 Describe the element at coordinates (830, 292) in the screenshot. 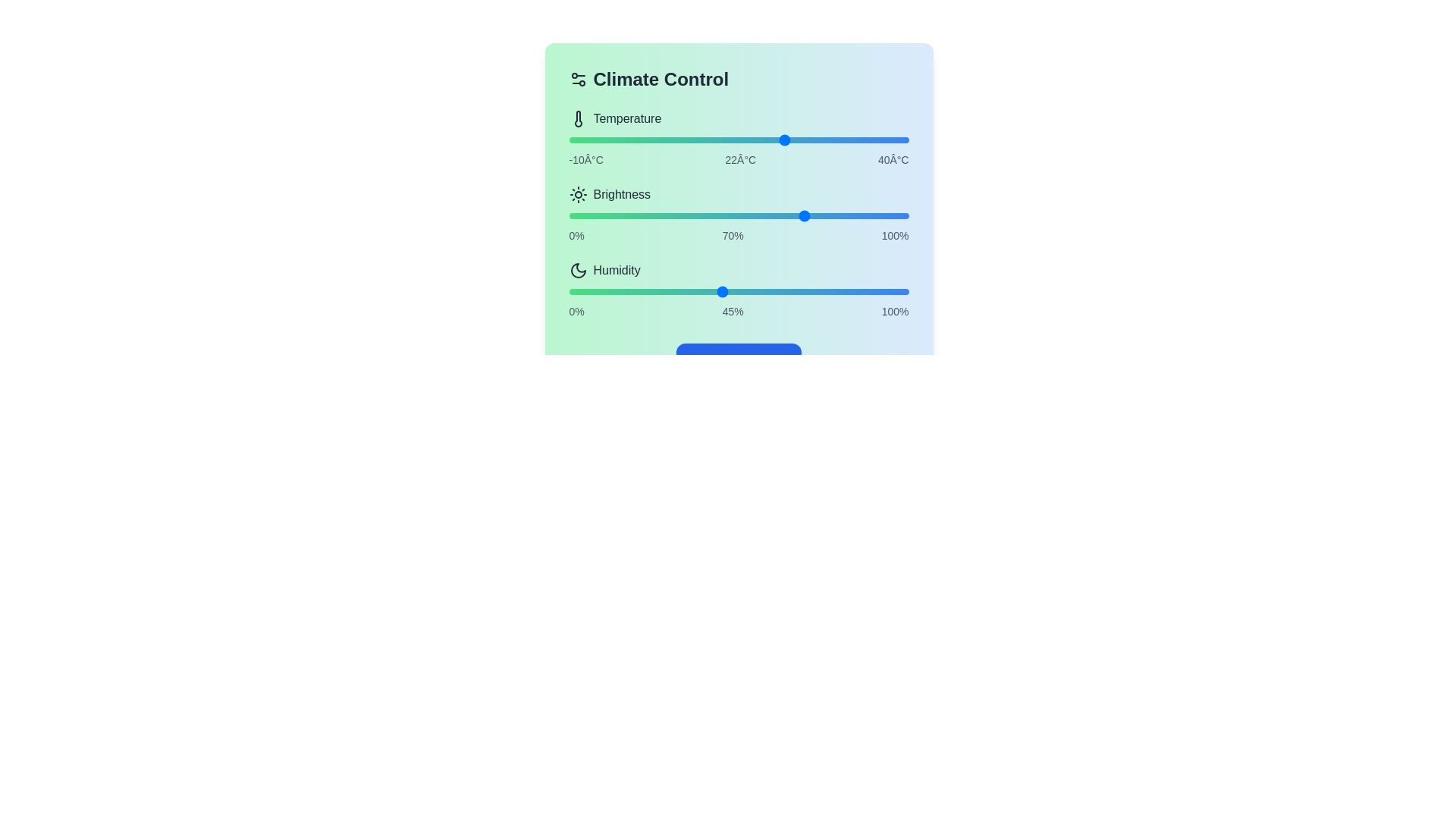

I see `the humidity` at that location.